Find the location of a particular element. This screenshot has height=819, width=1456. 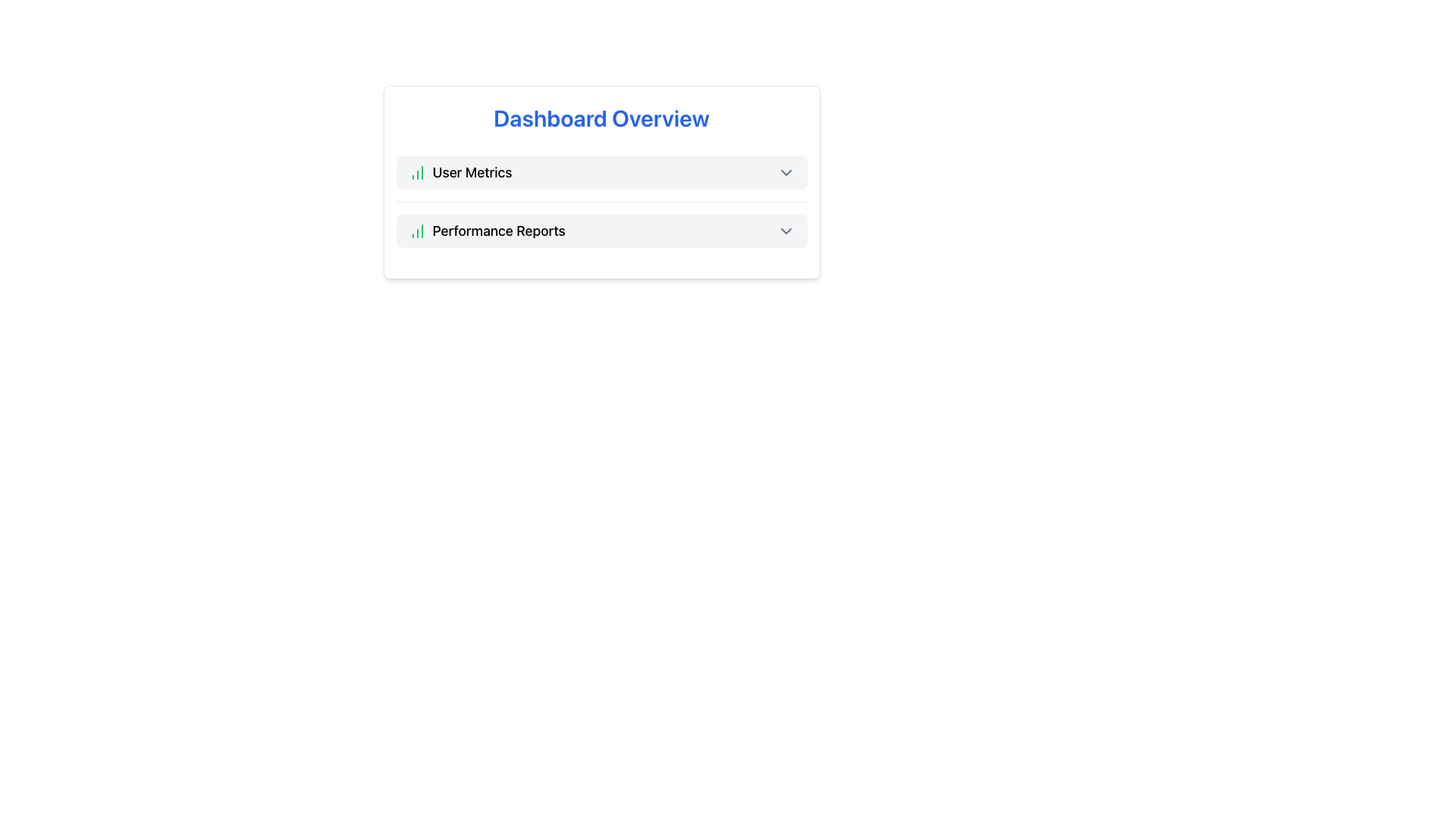

the chart icon located at the top-left corner of the 'User Metrics' section, which visually represents the section's purpose is located at coordinates (417, 171).